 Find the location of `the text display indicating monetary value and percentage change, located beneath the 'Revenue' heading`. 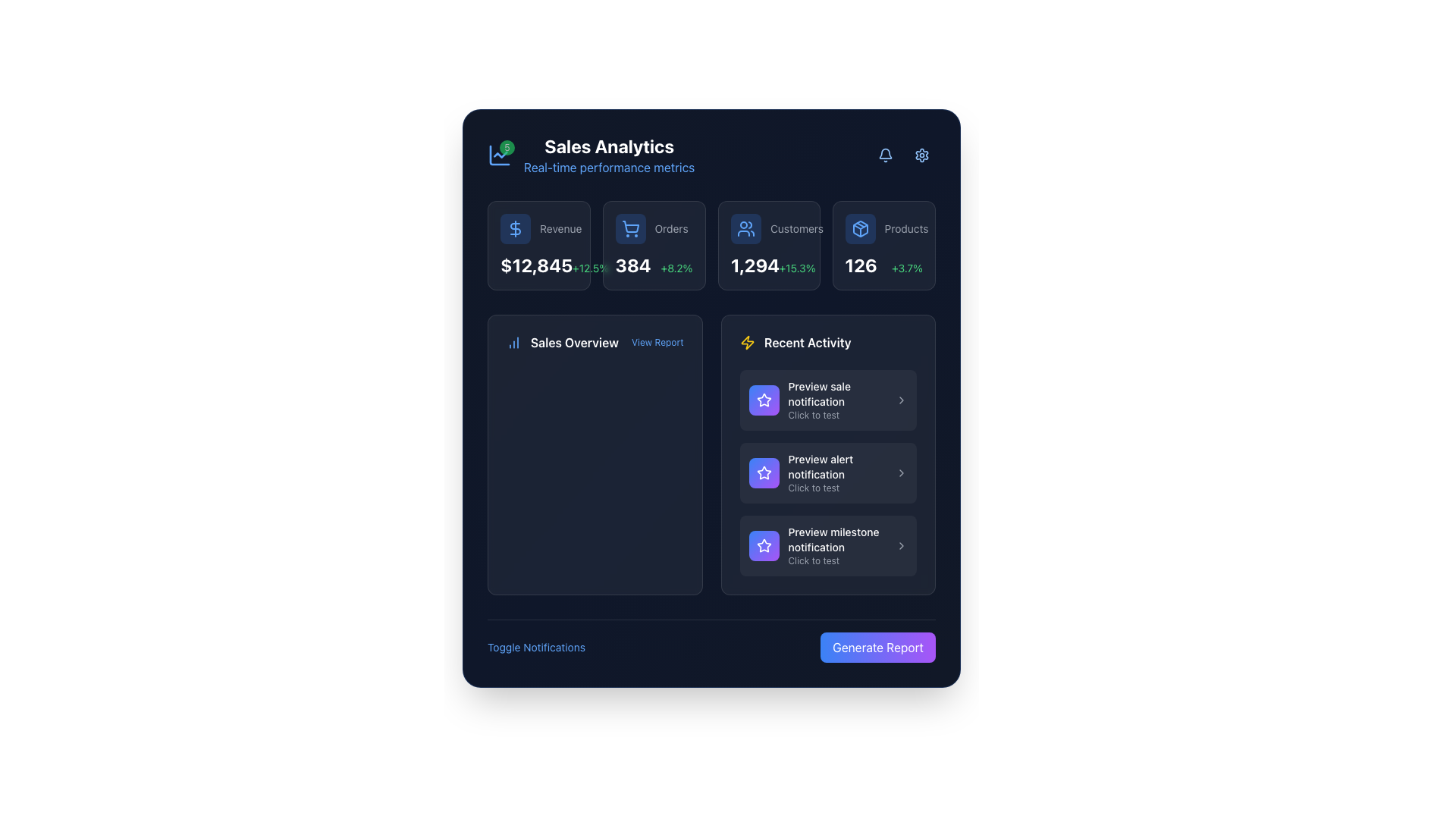

the text display indicating monetary value and percentage change, located beneath the 'Revenue' heading is located at coordinates (538, 265).